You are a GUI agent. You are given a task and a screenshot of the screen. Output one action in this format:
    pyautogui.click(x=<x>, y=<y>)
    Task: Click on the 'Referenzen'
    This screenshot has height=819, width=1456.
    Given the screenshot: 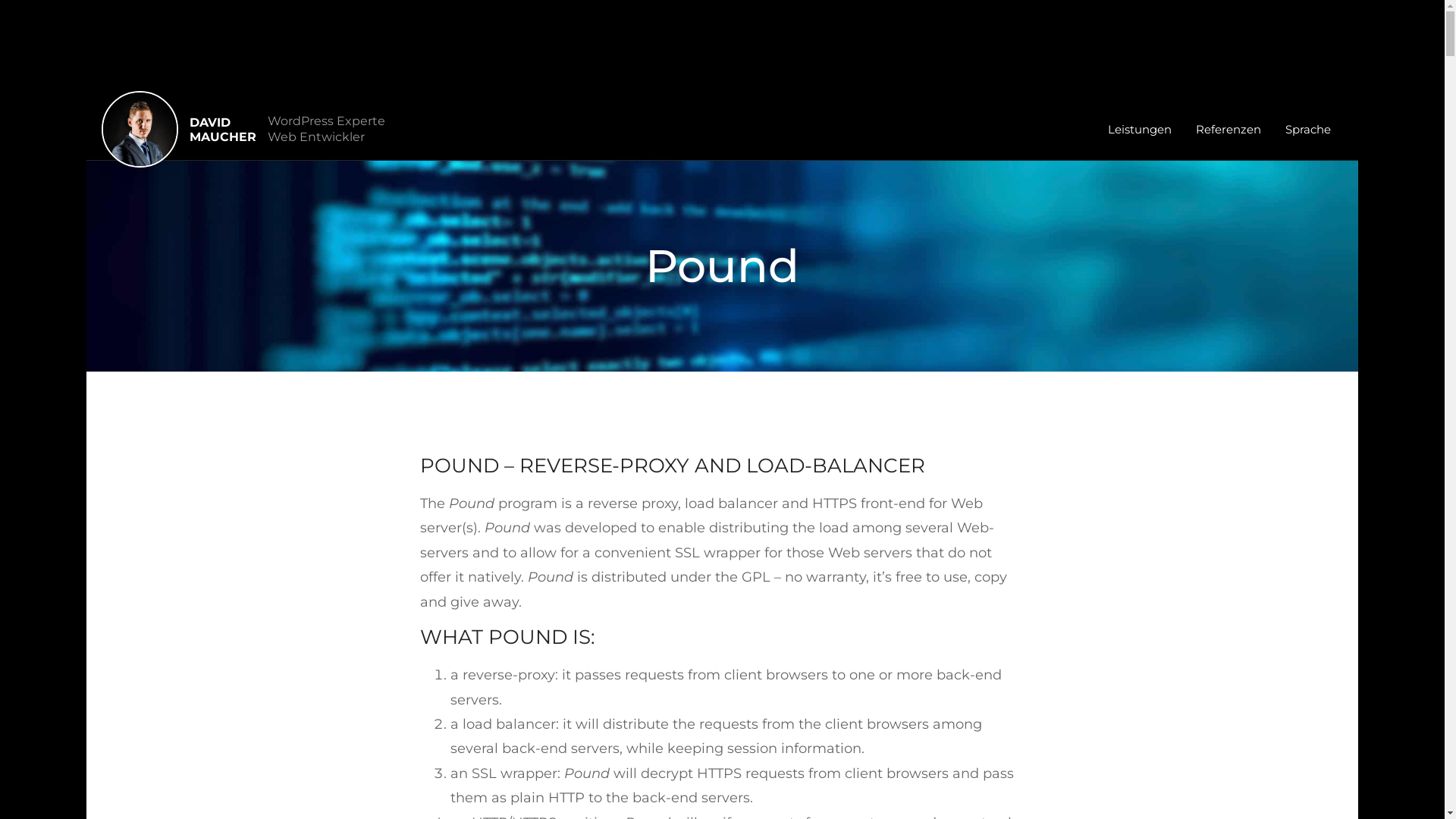 What is the action you would take?
    pyautogui.click(x=1228, y=128)
    